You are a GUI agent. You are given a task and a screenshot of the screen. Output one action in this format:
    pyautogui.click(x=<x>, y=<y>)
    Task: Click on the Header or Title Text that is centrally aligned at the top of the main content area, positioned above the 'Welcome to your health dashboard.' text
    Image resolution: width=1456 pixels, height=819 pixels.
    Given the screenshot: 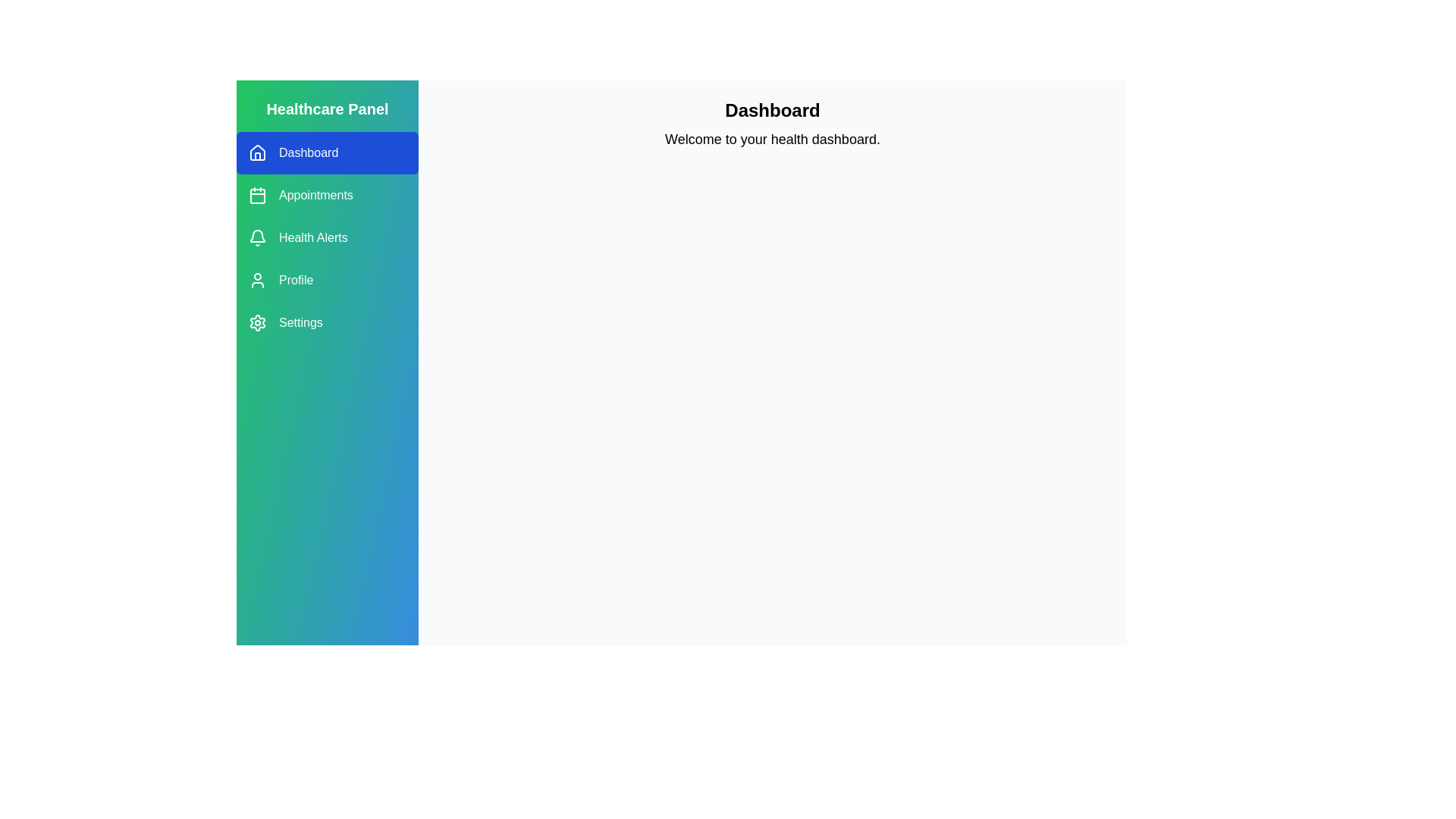 What is the action you would take?
    pyautogui.click(x=772, y=110)
    